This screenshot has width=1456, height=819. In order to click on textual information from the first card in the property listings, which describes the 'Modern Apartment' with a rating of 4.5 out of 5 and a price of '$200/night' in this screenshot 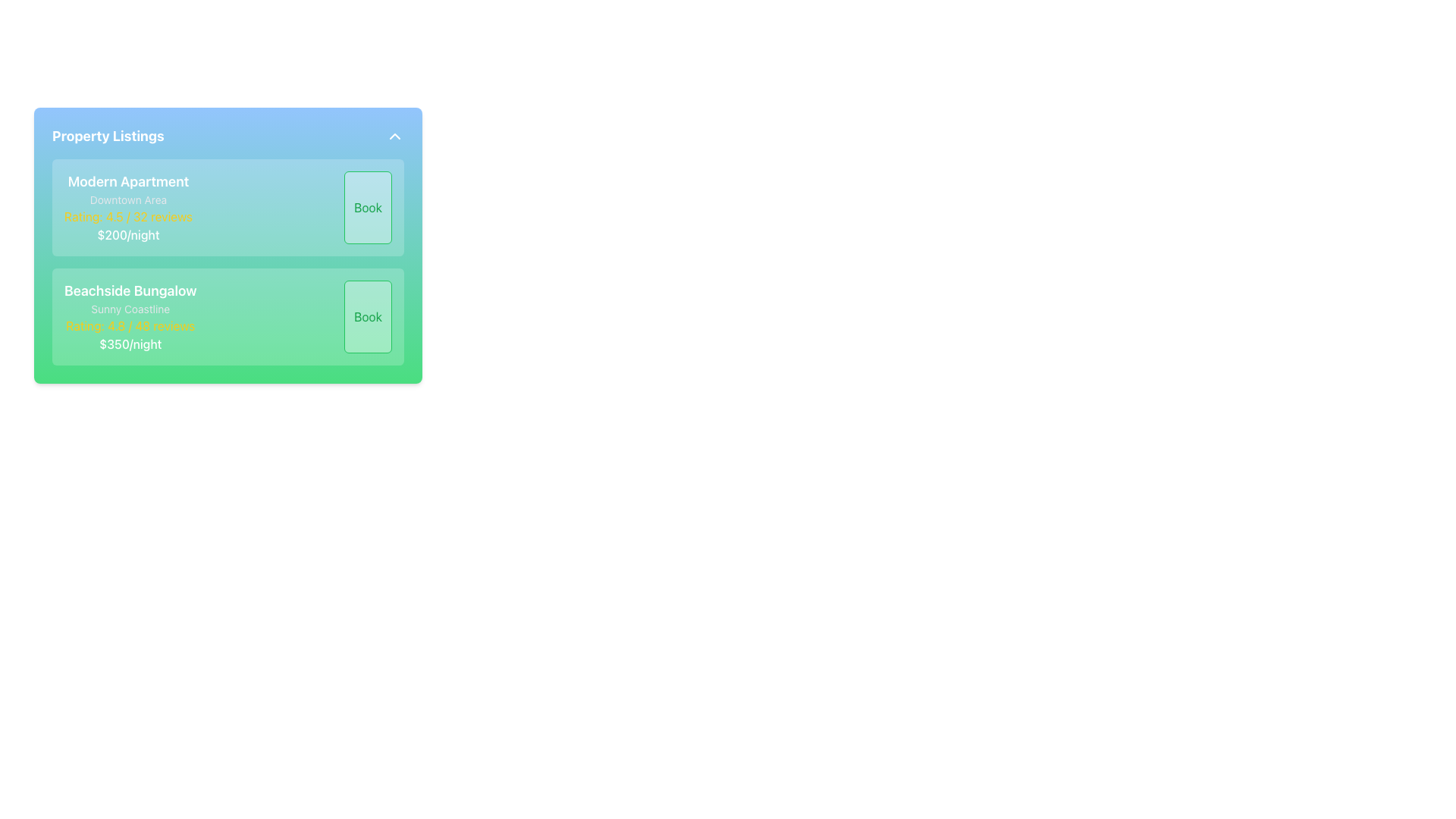, I will do `click(227, 207)`.